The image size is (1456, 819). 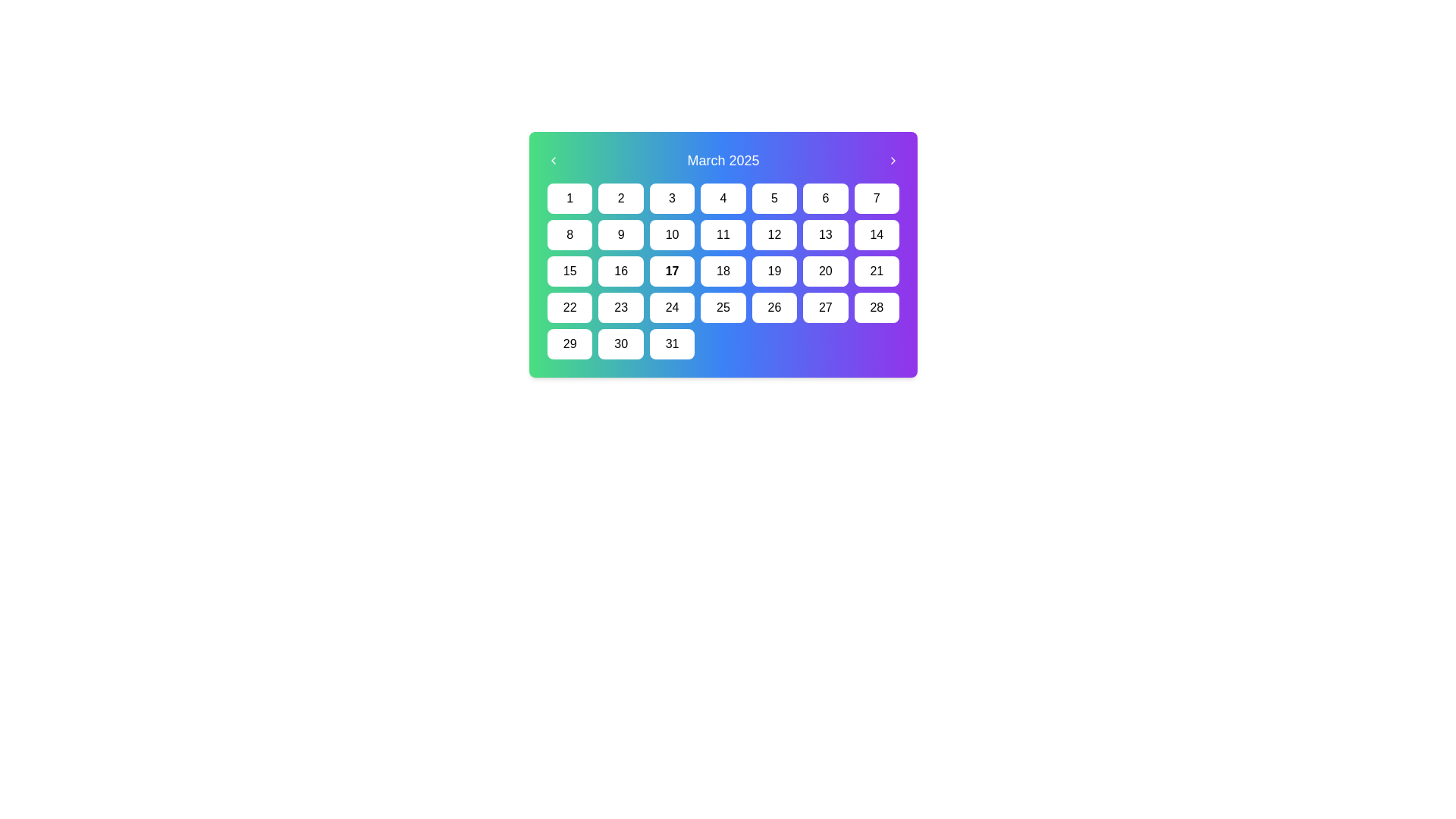 I want to click on the text element displaying the number '22', styled as a button with a white background, indicating interactivity, located in the fourth row and first column of the calendar layout for keyboard-based interaction, so click(x=569, y=307).